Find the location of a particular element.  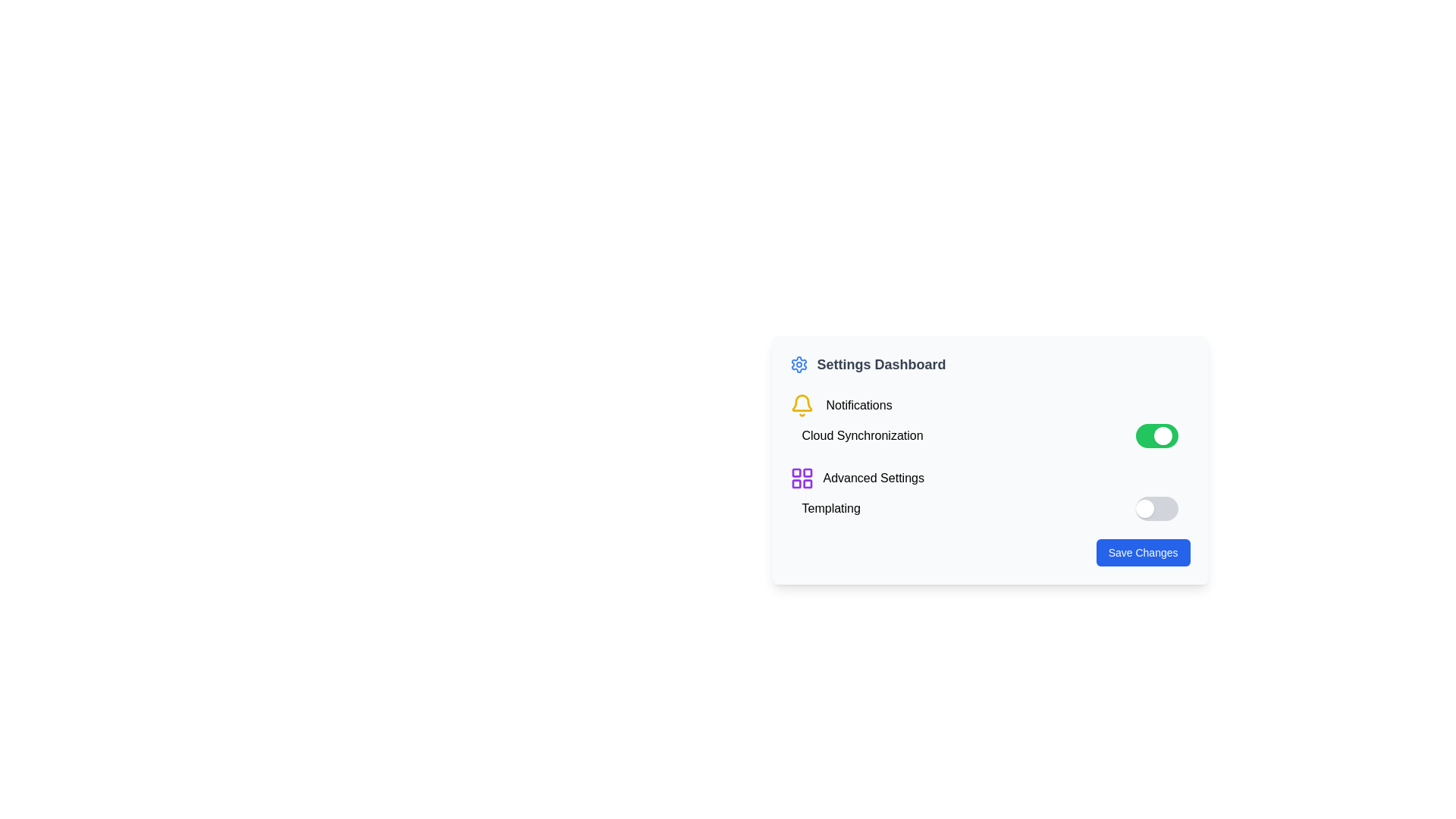

the yellow bell icon representing notifications, located left of the 'Notifications' text in the settings menu is located at coordinates (801, 405).